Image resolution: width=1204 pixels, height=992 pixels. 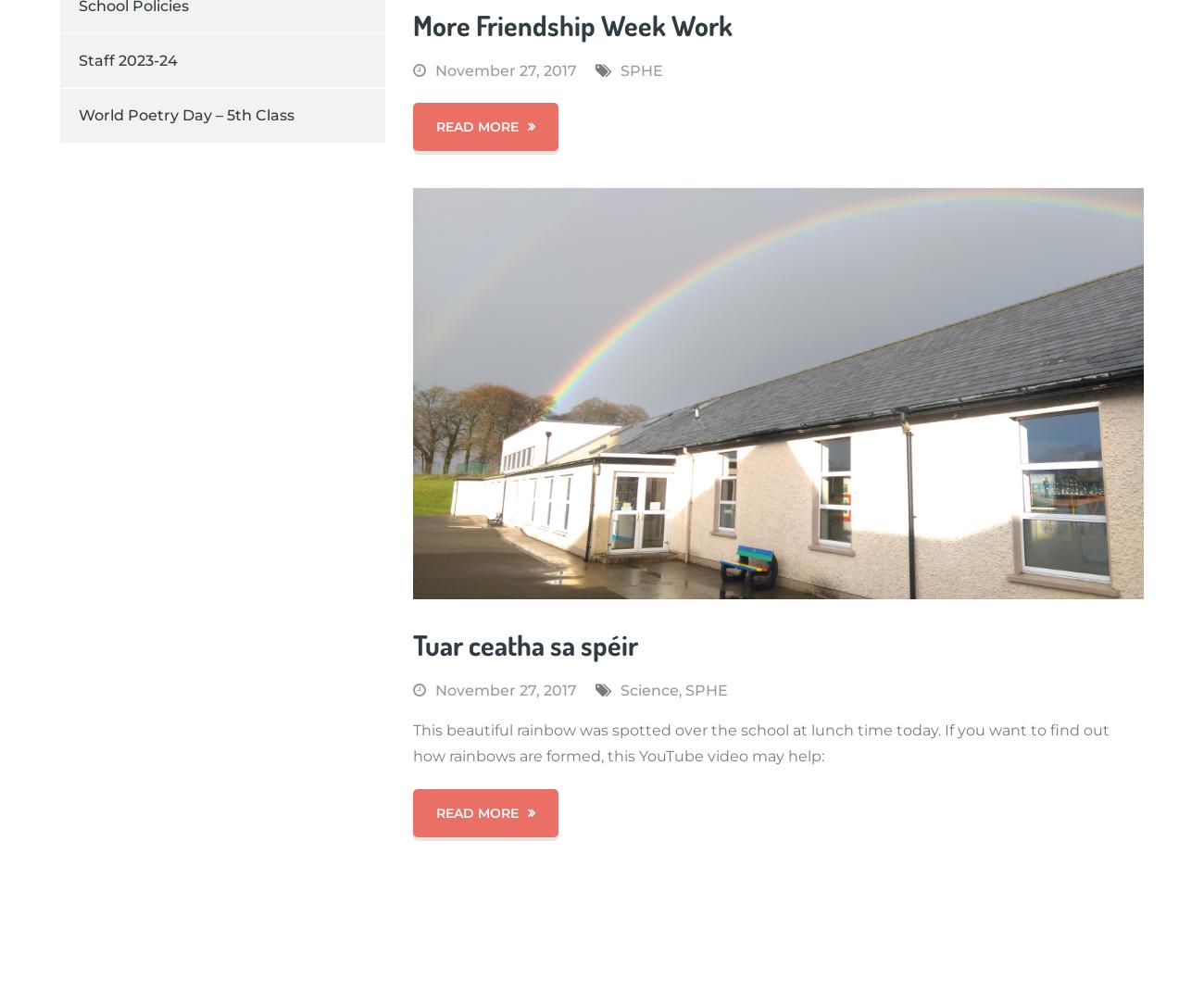 What do you see at coordinates (760, 741) in the screenshot?
I see `'This beautiful rainbow was spotted over the school at lunch time today. If you want to find out how rainbows are formed, this YouTube video may help:'` at bounding box center [760, 741].